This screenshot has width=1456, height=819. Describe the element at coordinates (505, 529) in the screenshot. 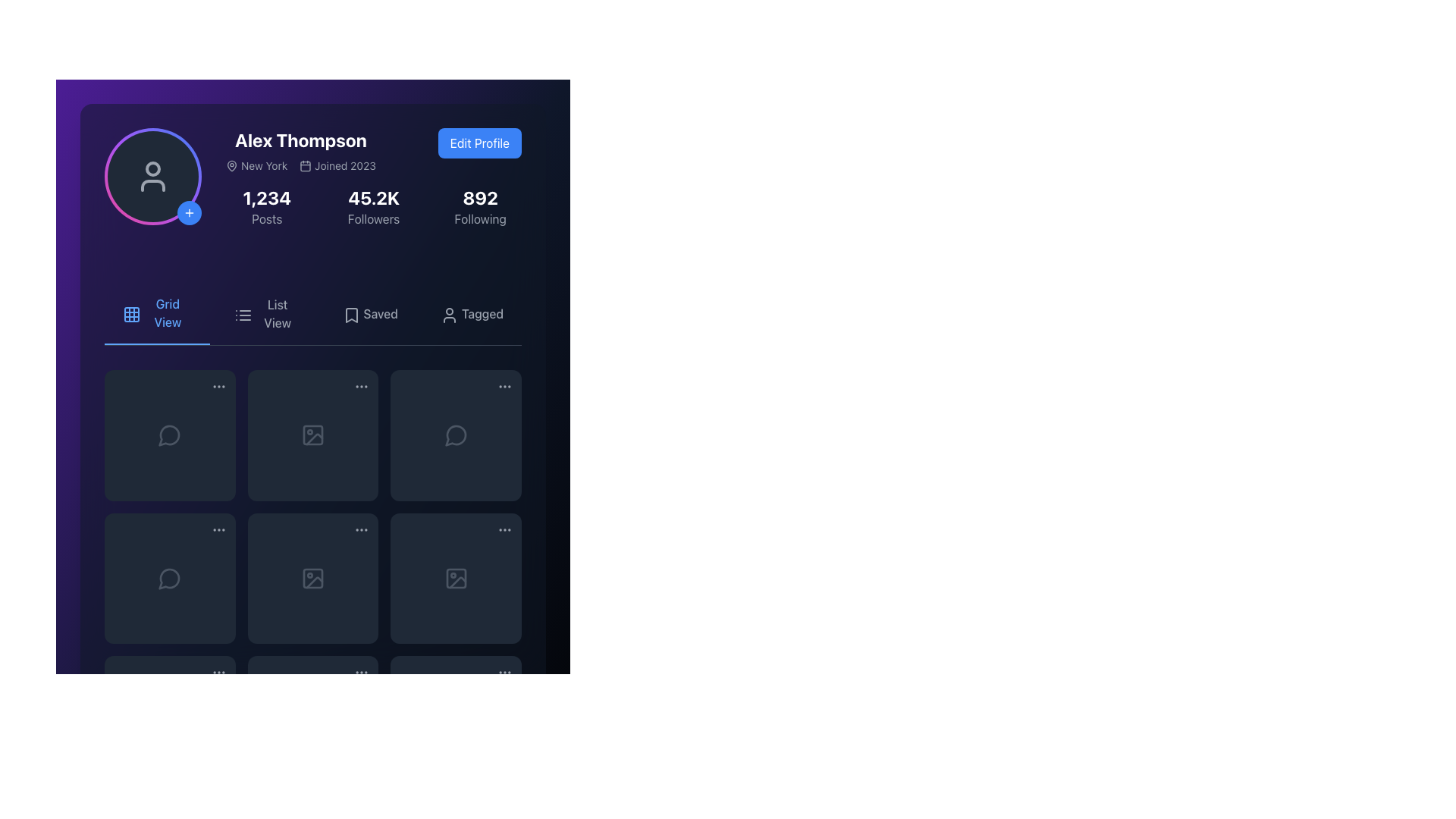

I see `the overflow menu icon styled as an ellipsis, located in the last column of the lower row of the grid` at that location.